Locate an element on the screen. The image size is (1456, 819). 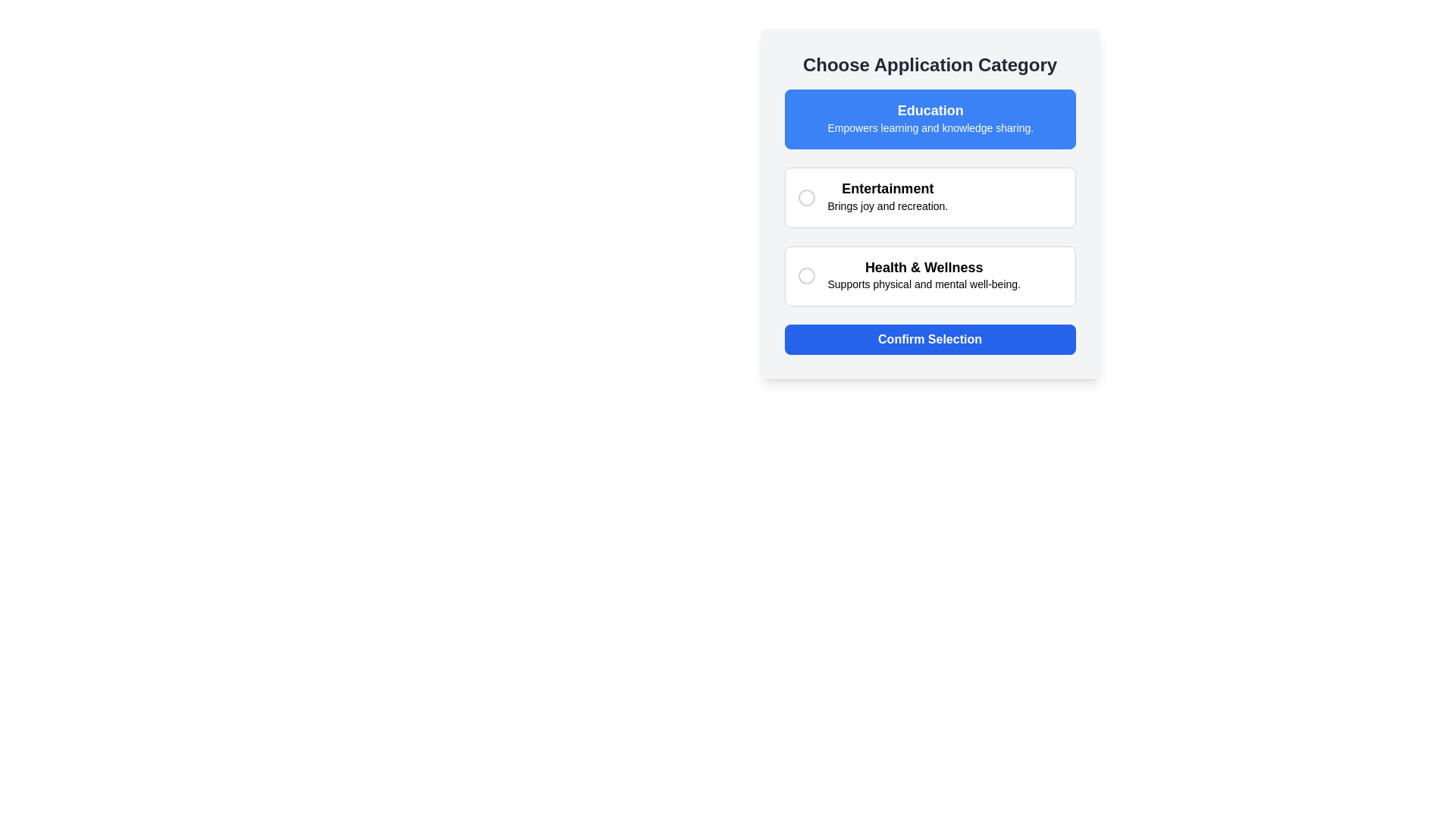
the circular SVG element with a thin border in the 'Entertainment' section, positioned to the left of the text label is located at coordinates (805, 196).